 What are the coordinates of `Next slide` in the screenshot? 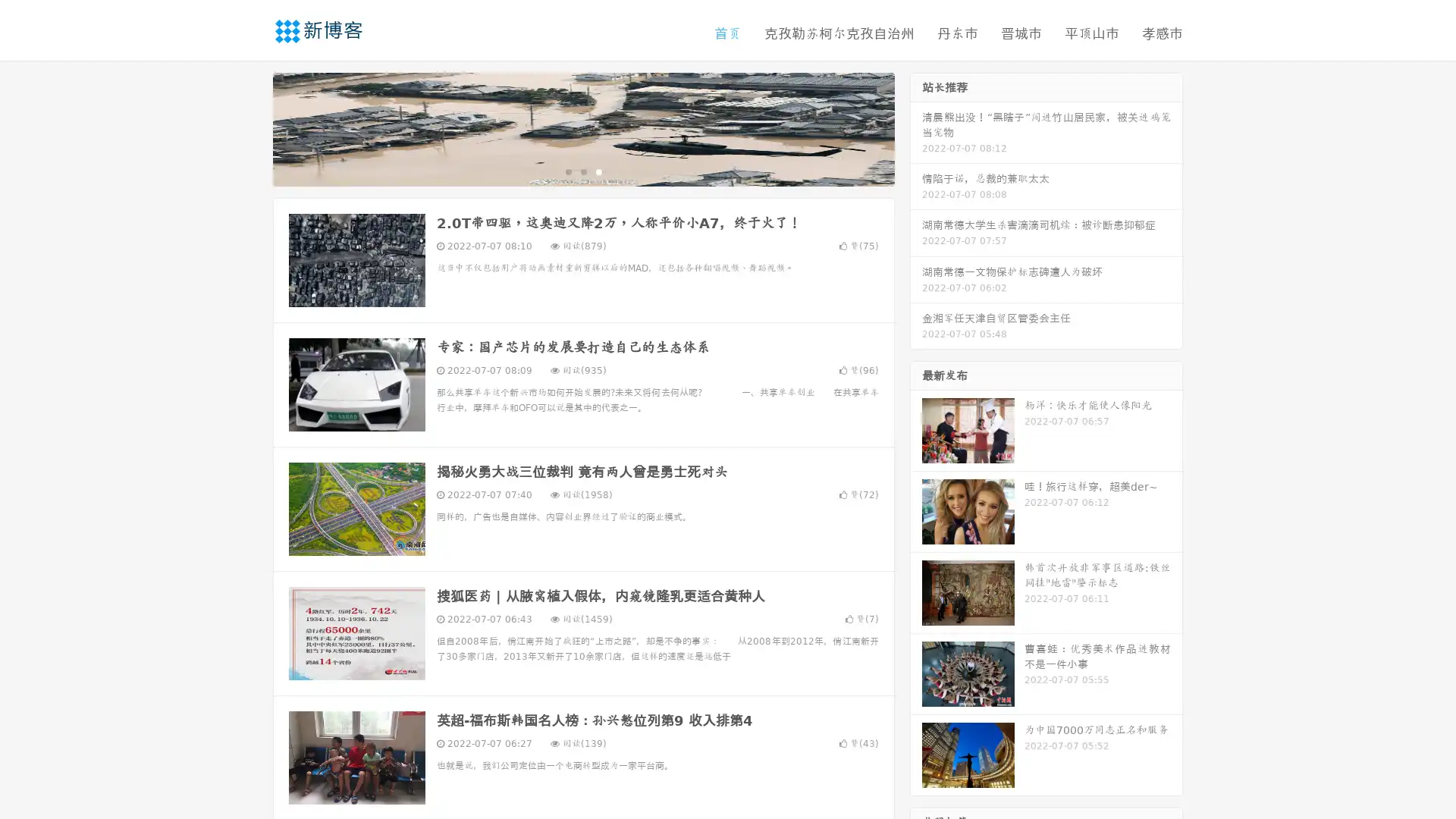 It's located at (916, 127).